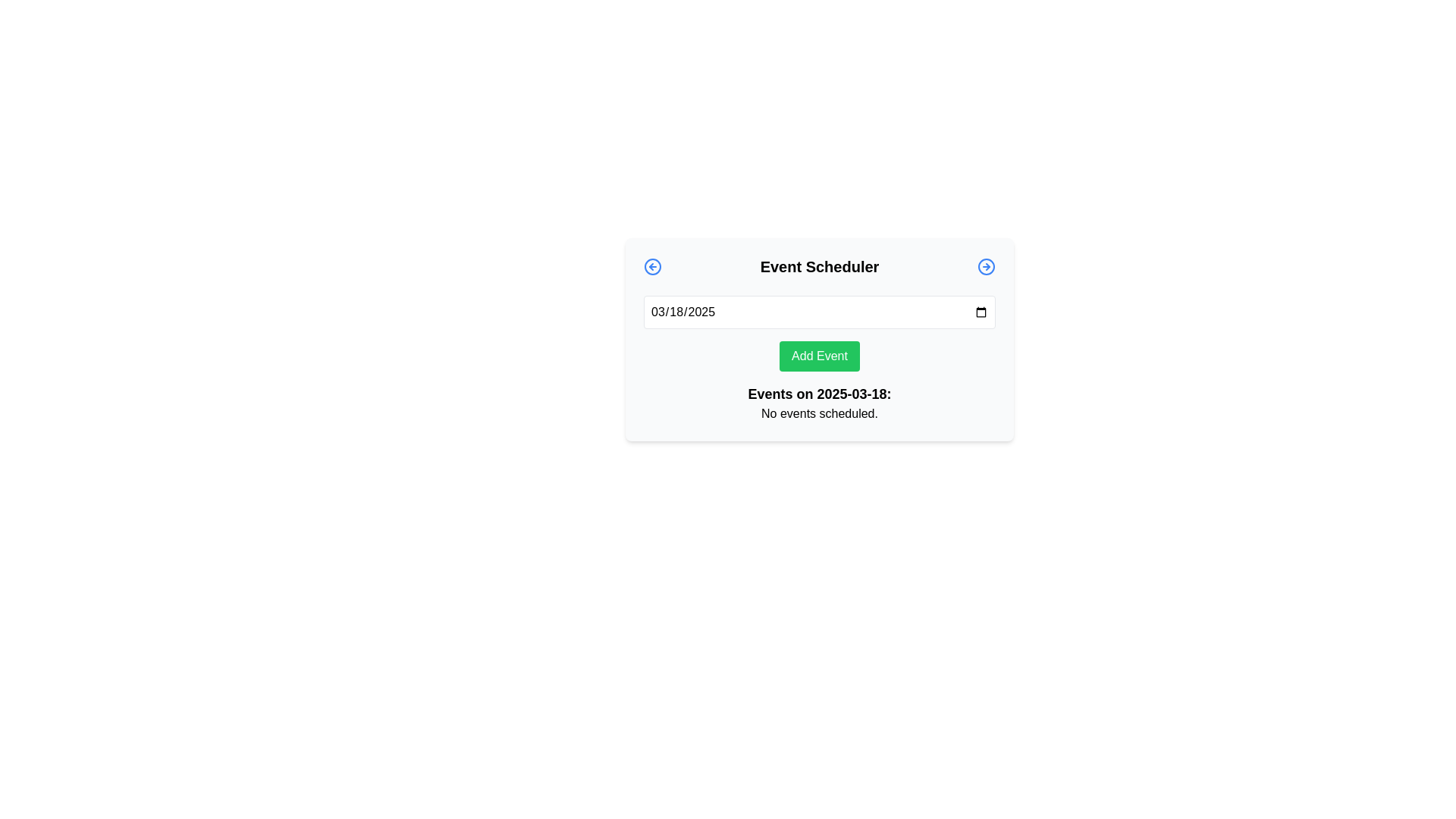 The height and width of the screenshot is (819, 1456). I want to click on the 'Event Scheduler' text label, which is styled in bold and larger size, located at the top center of the interface, so click(818, 265).